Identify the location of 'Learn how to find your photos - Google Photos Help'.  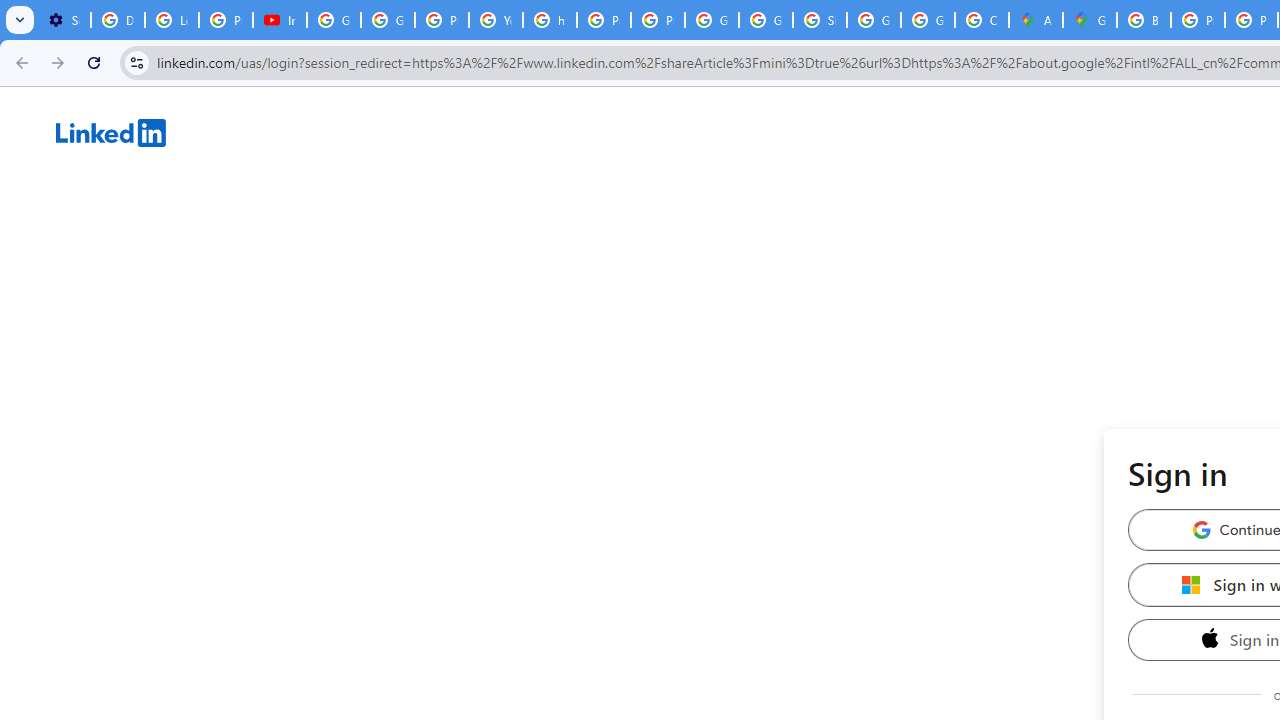
(171, 20).